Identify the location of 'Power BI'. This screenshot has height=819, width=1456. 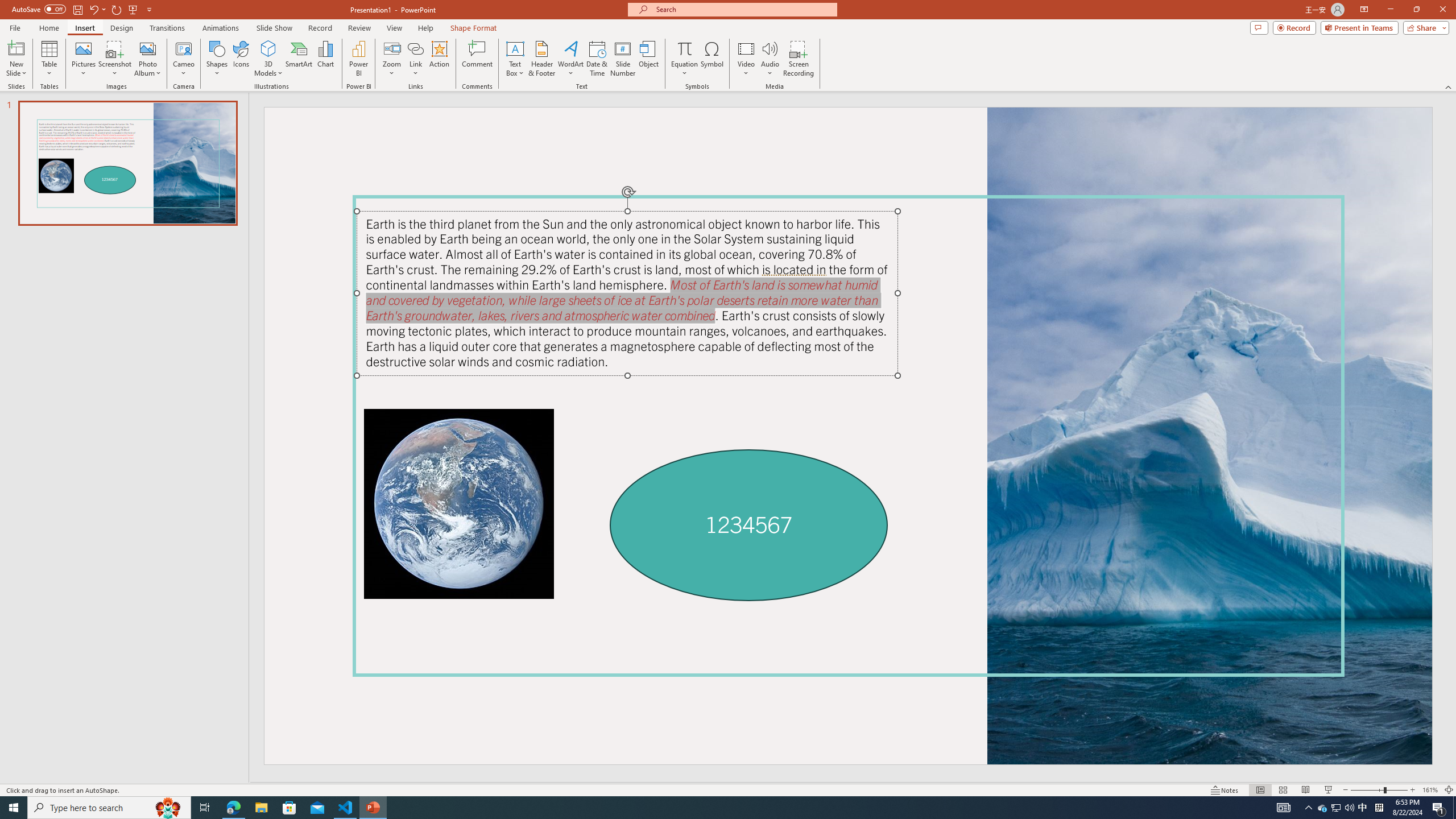
(359, 59).